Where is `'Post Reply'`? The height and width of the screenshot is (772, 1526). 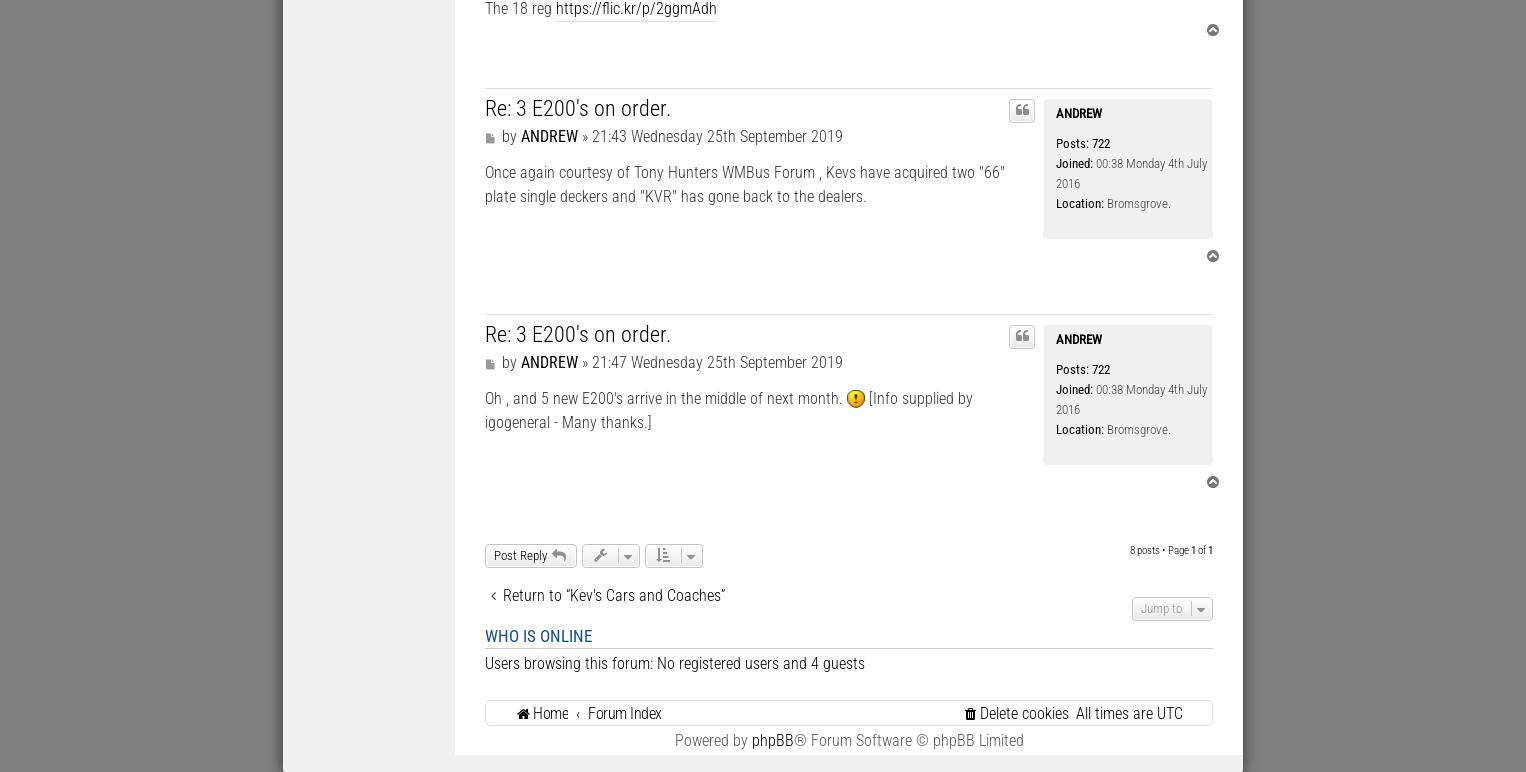 'Post Reply' is located at coordinates (520, 553).